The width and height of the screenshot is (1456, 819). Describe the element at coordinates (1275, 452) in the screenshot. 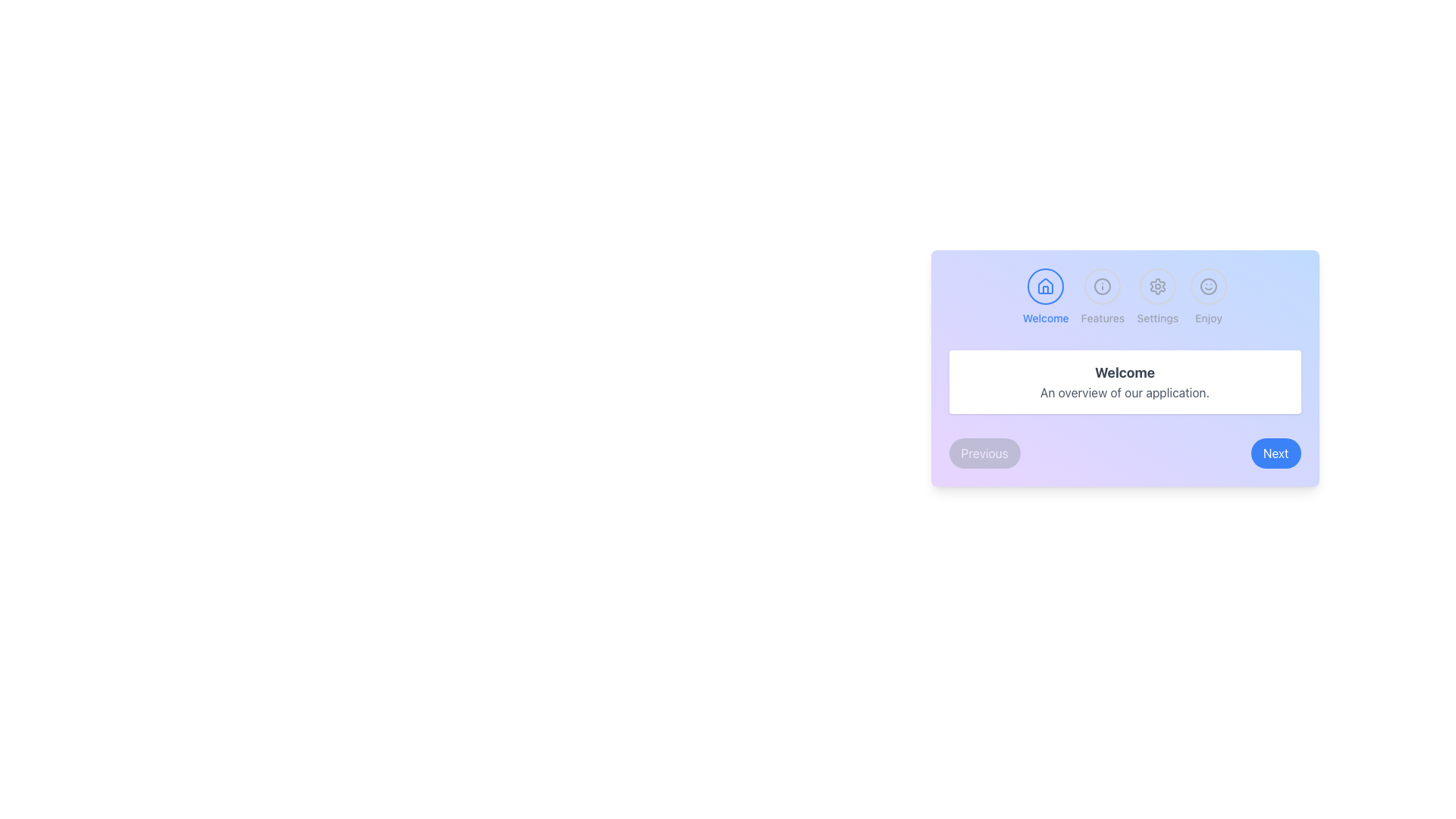

I see `the 'Next' button located in the lower-right part of the interface` at that location.